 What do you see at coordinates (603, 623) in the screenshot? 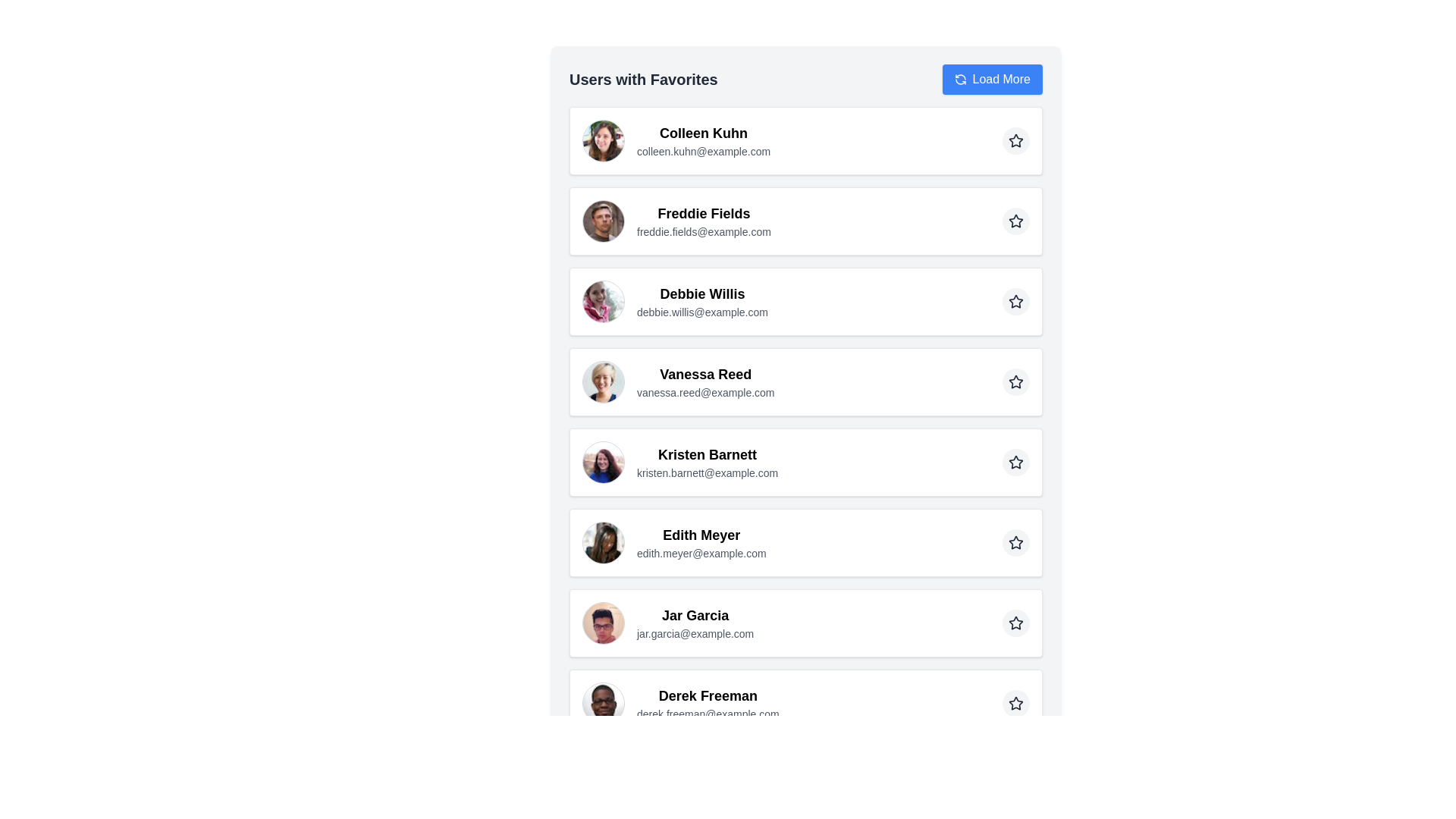
I see `the image representing the user 'Jar Garcia'` at bounding box center [603, 623].